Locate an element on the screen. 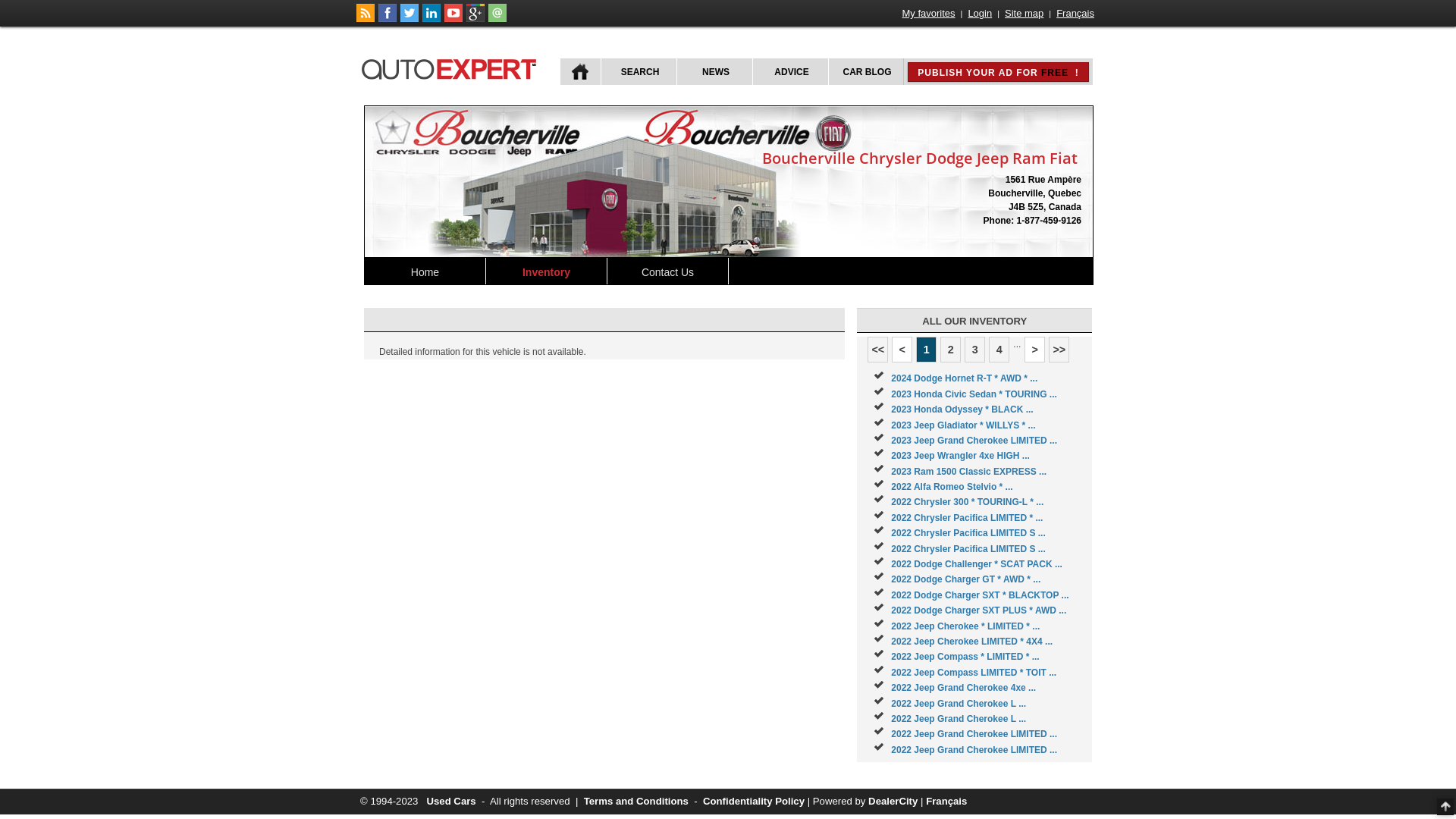  'Follow autoExpert.ca on Youtube' is located at coordinates (453, 18).